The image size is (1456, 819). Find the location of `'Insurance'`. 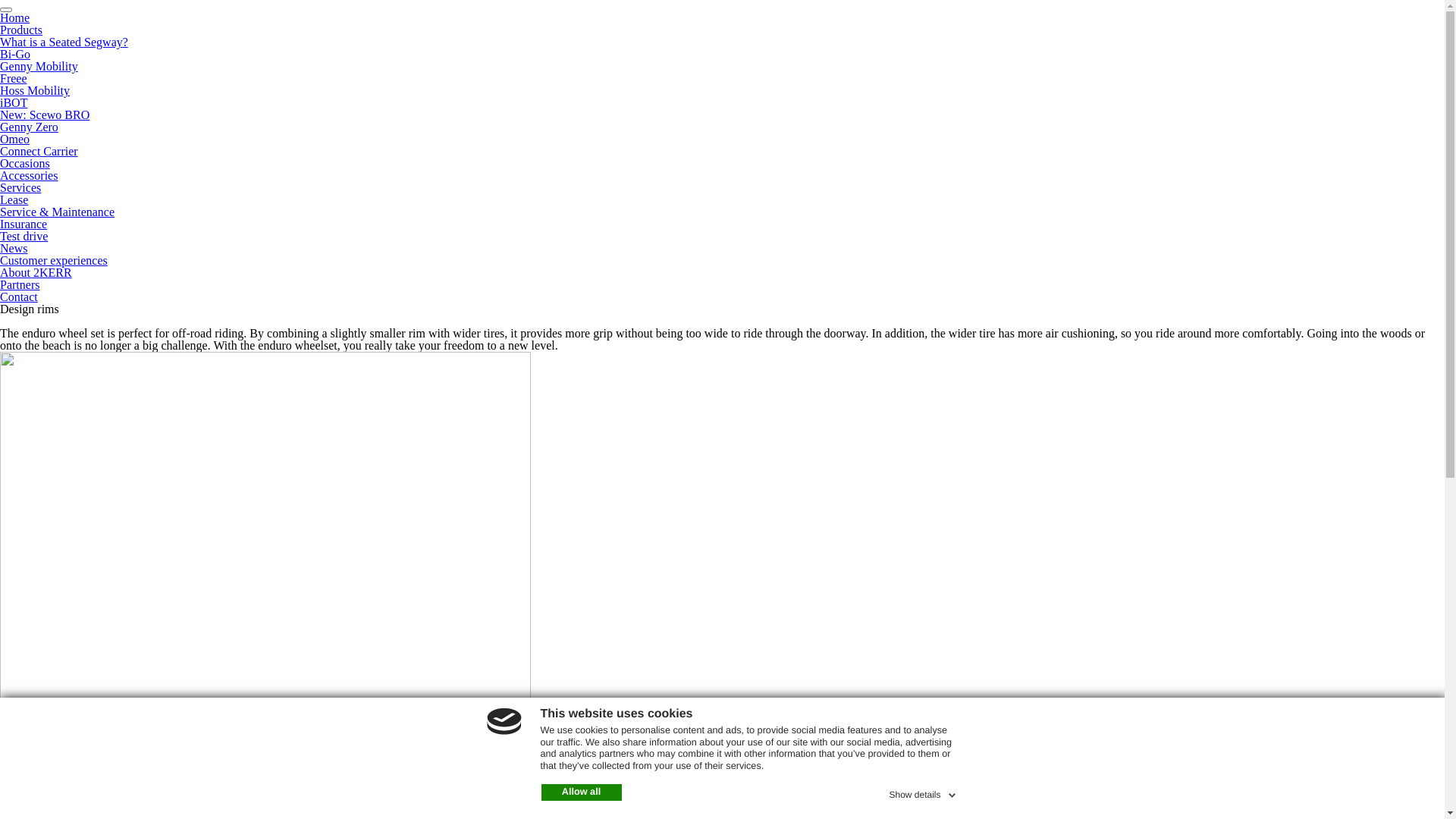

'Insurance' is located at coordinates (23, 224).